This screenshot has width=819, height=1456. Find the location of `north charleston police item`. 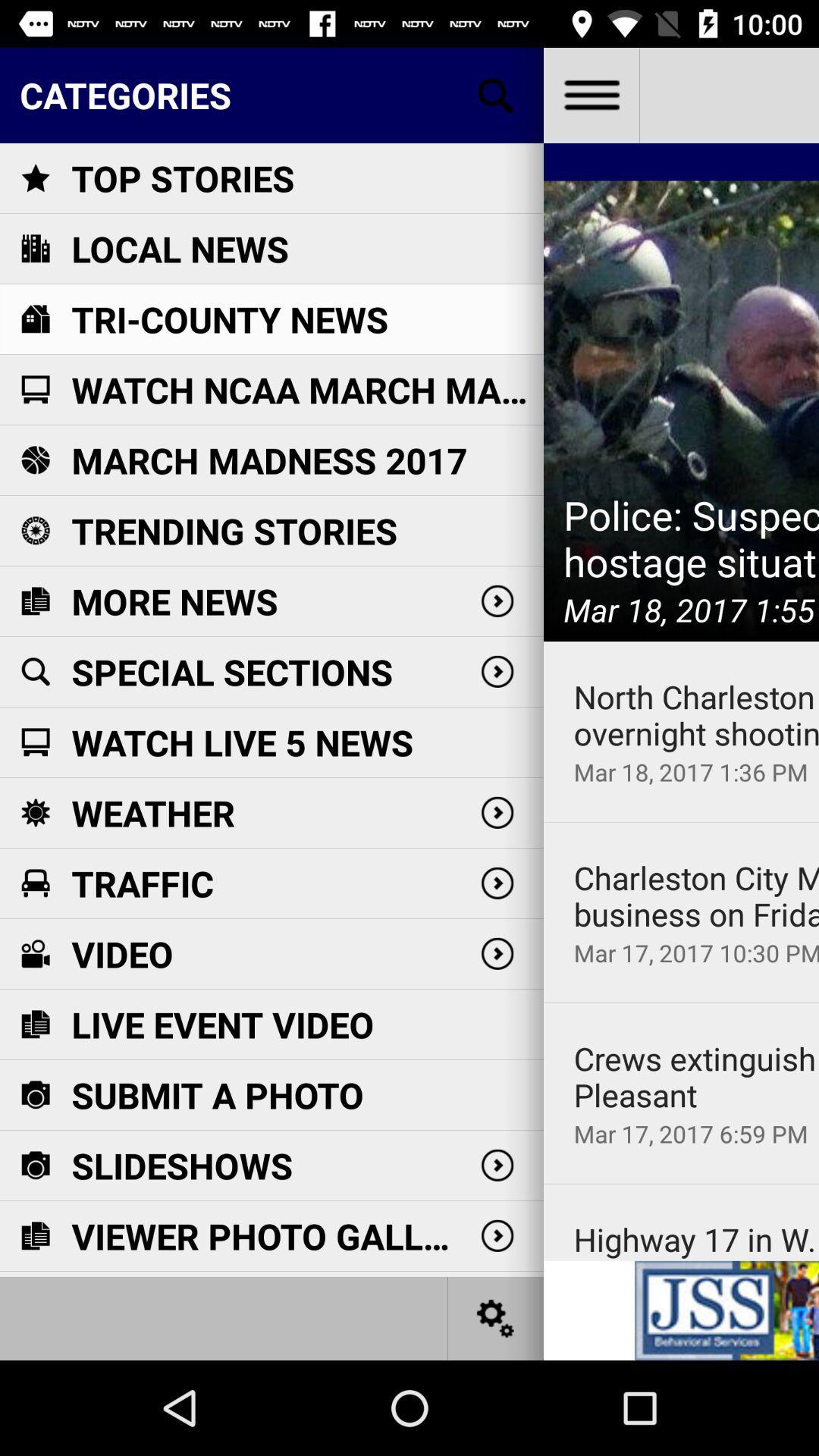

north charleston police item is located at coordinates (696, 714).